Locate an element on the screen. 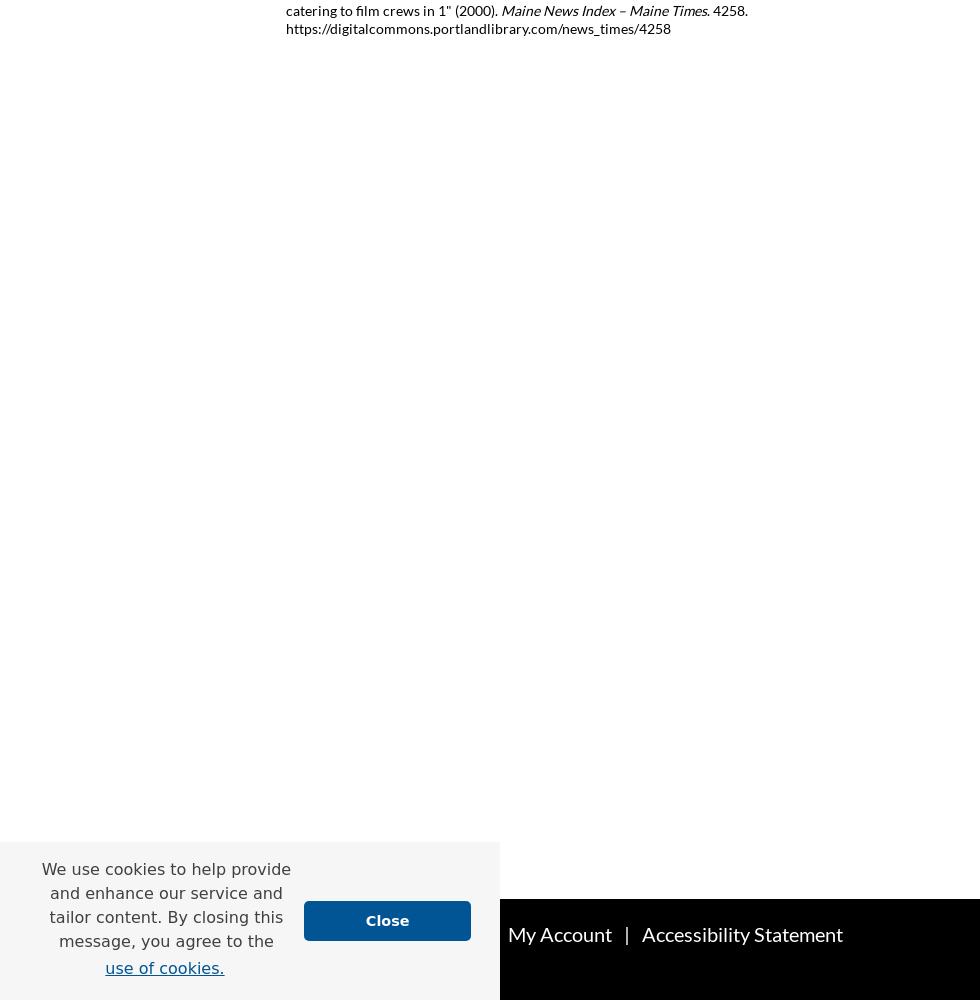  'Copyright' is located at coordinates (343, 974).